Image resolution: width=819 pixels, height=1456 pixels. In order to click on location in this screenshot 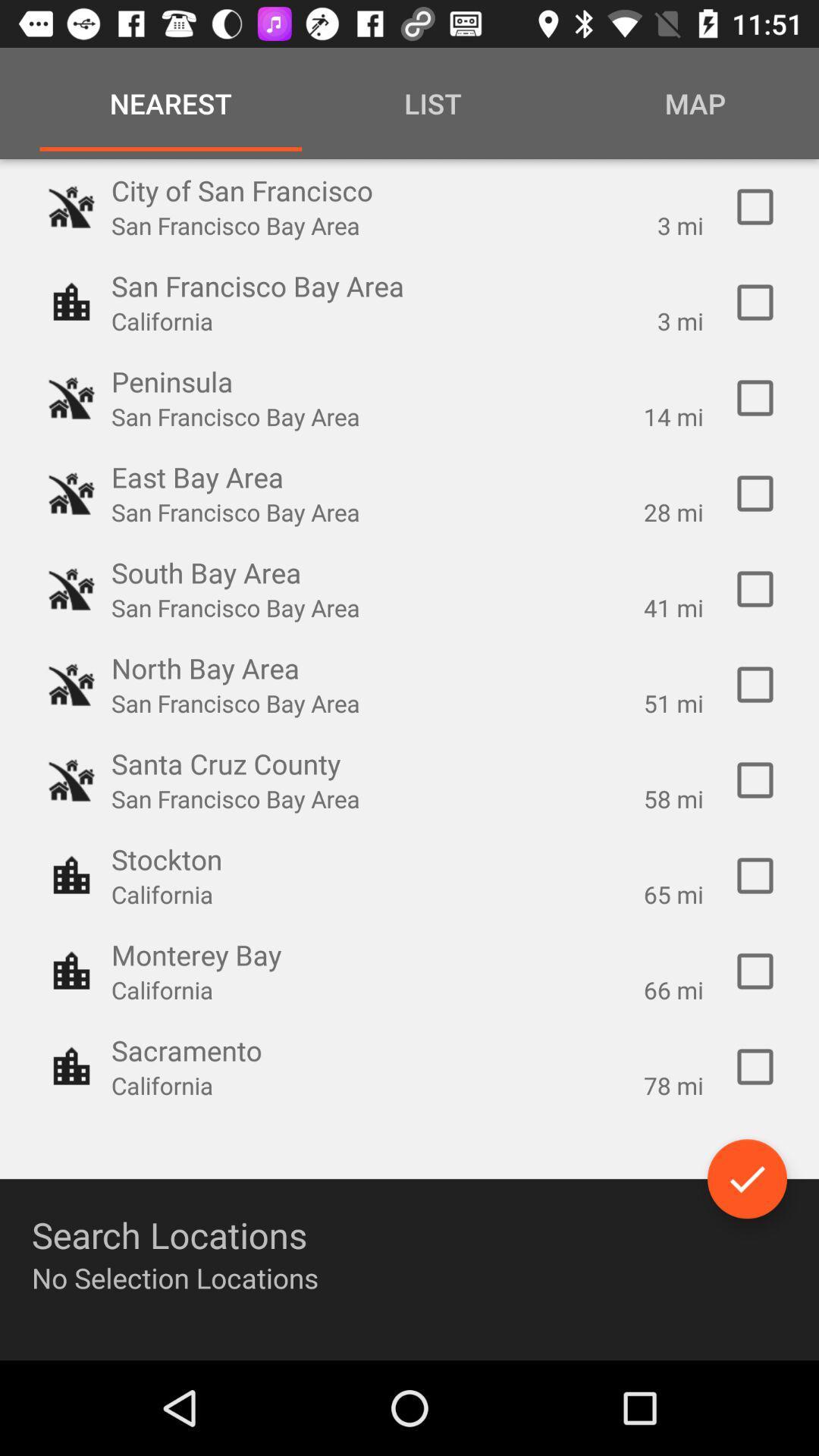, I will do `click(755, 494)`.